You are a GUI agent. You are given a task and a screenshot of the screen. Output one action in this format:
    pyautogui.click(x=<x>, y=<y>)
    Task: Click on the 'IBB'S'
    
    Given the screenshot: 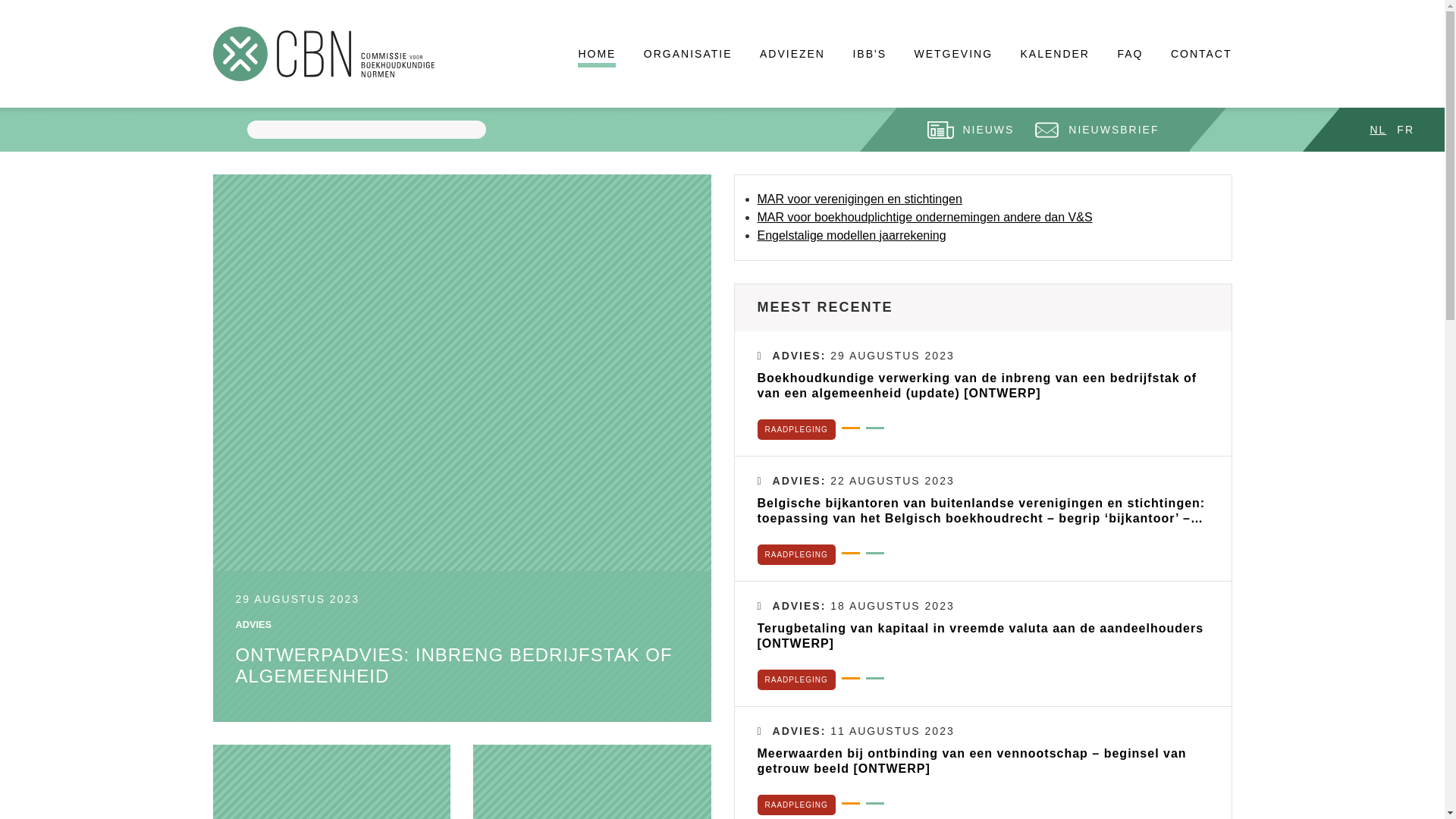 What is the action you would take?
    pyautogui.click(x=852, y=55)
    